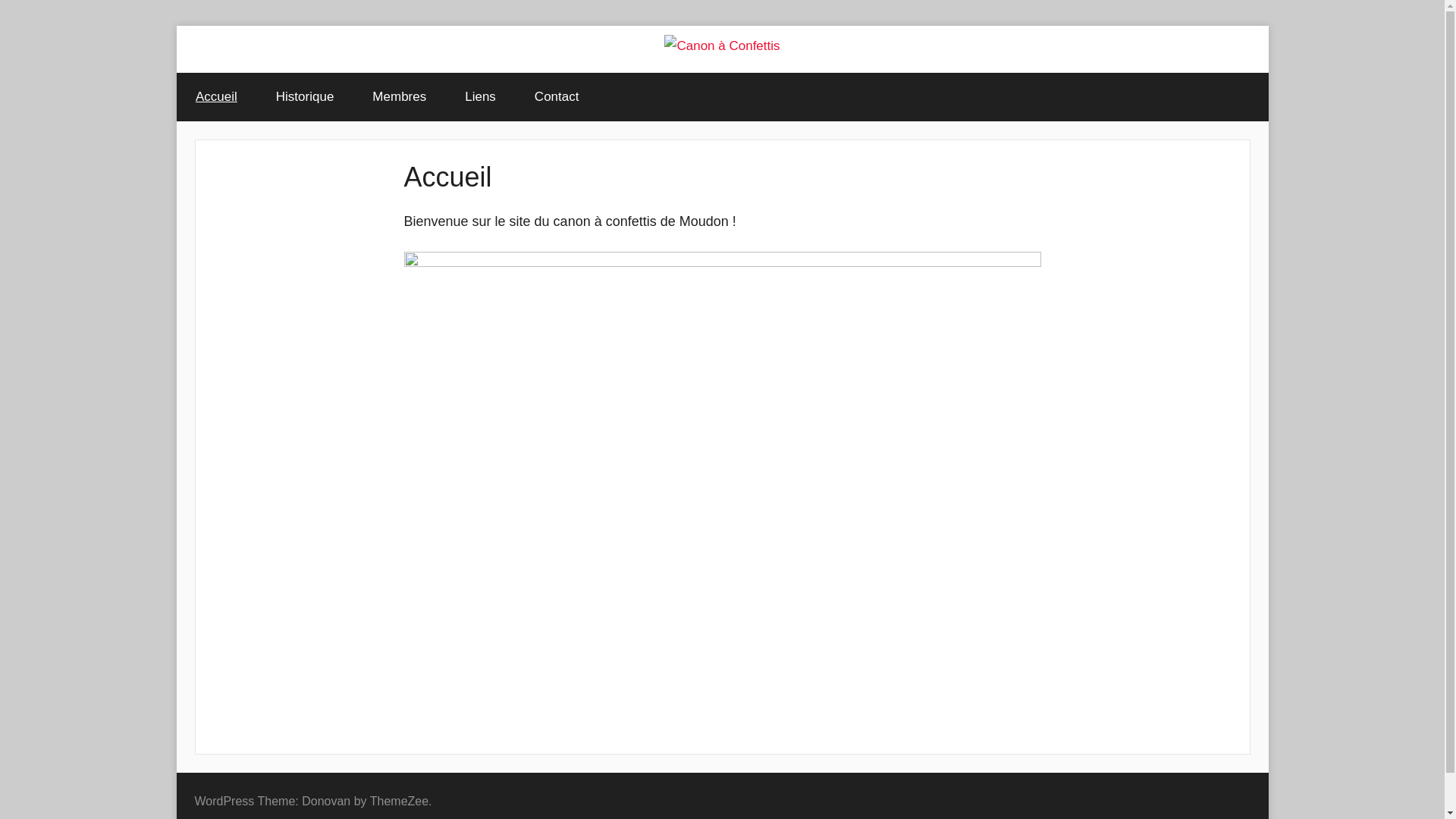 This screenshot has width=1456, height=819. What do you see at coordinates (175, 96) in the screenshot?
I see `'Accueil'` at bounding box center [175, 96].